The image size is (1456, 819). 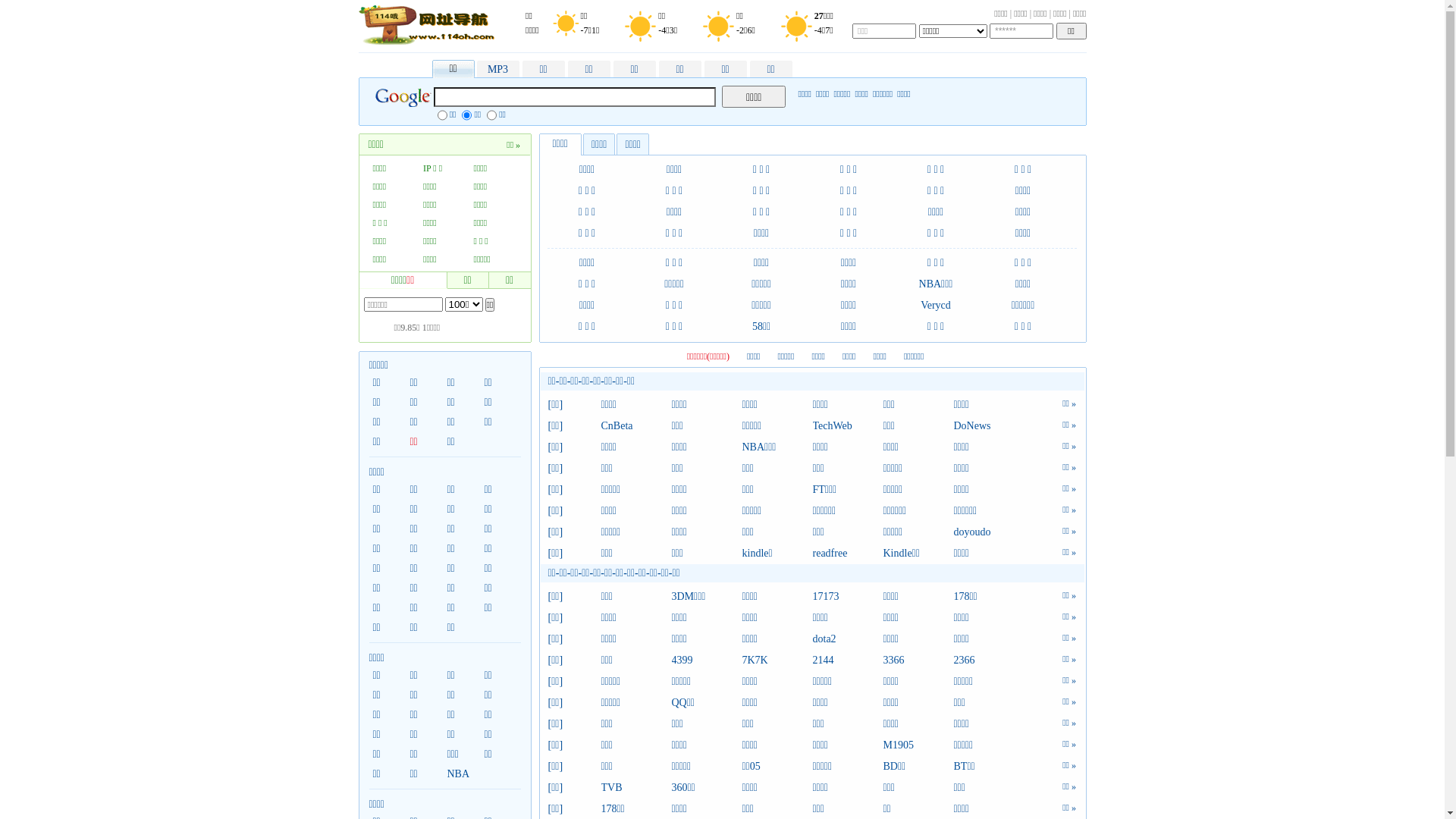 I want to click on '7K7K', so click(x=742, y=660).